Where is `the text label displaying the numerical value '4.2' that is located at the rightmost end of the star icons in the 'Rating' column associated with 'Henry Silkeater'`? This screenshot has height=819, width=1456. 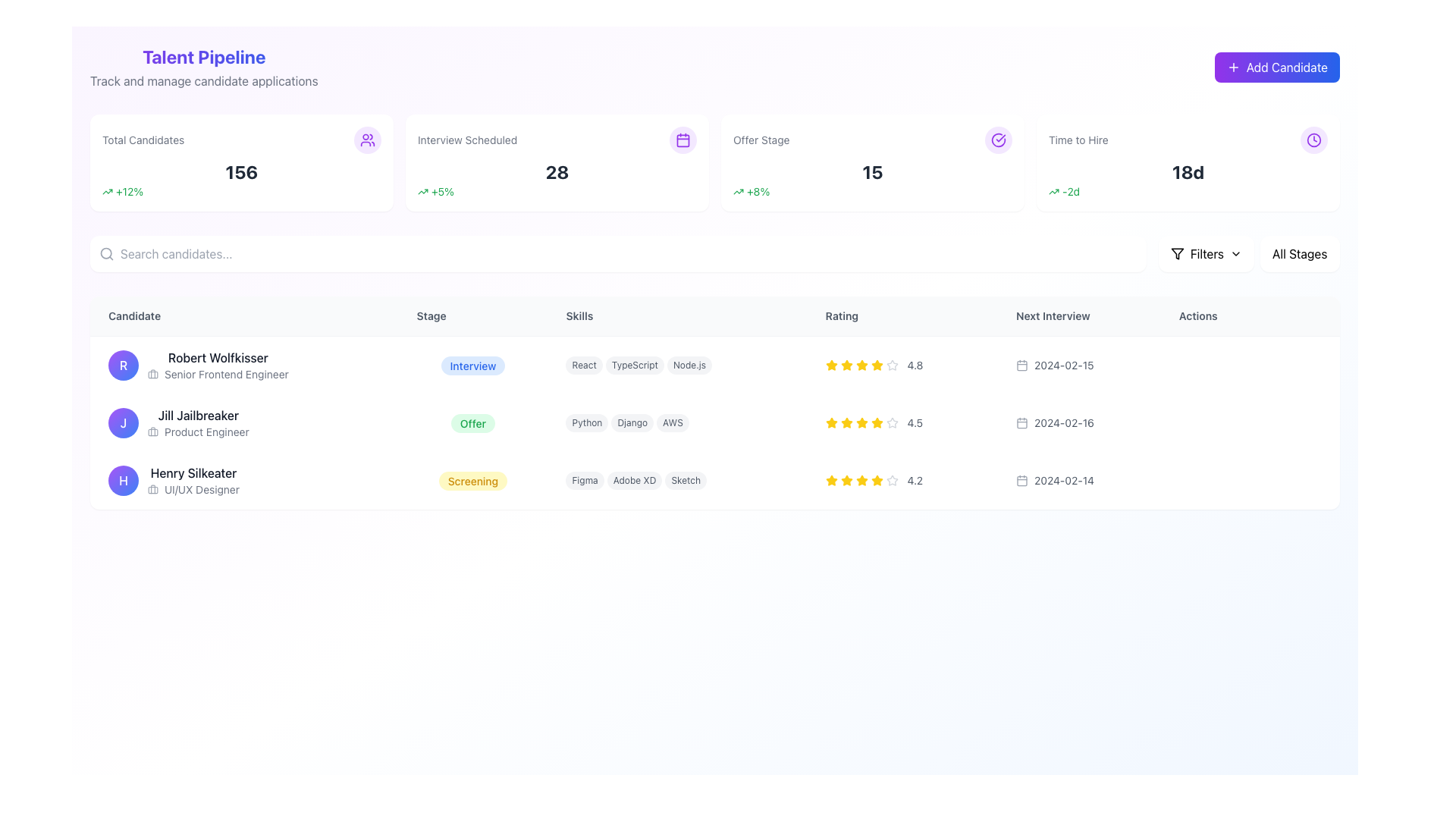
the text label displaying the numerical value '4.2' that is located at the rightmost end of the star icons in the 'Rating' column associated with 'Henry Silkeater' is located at coordinates (914, 480).